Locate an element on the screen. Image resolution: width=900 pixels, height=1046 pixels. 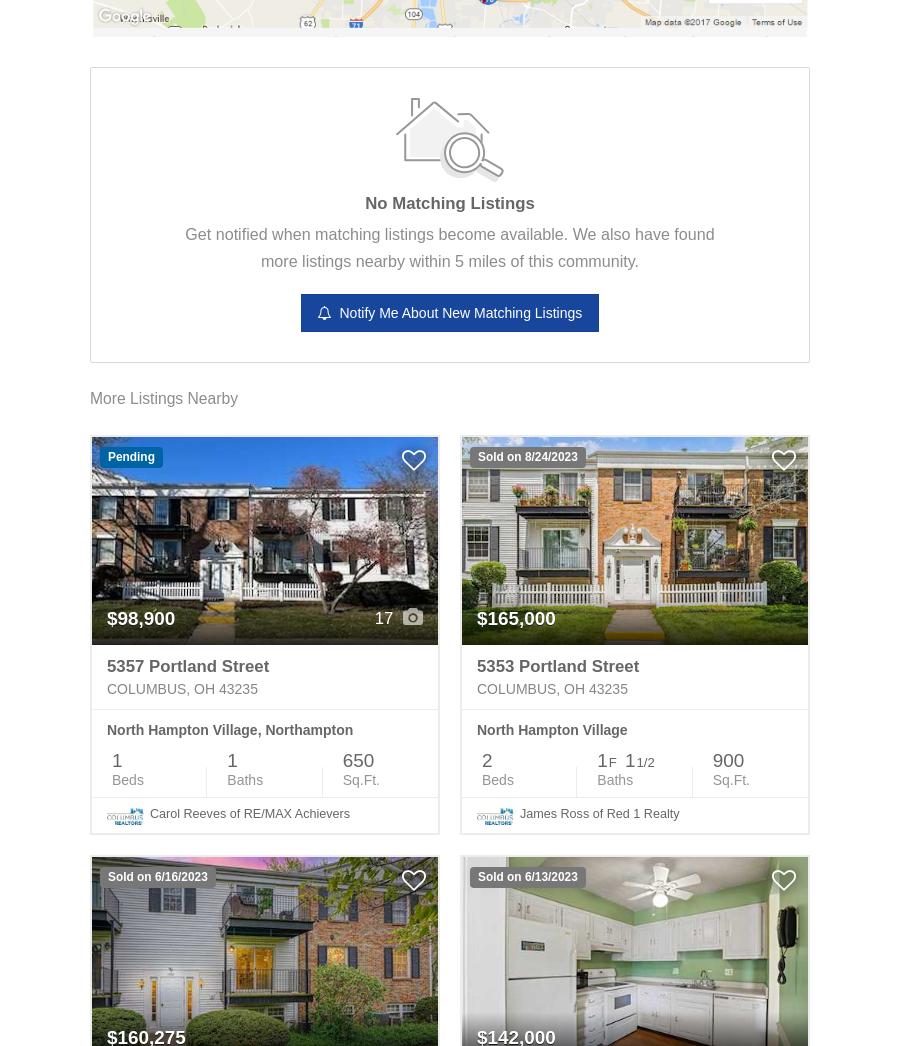
'1/2' is located at coordinates (645, 761).